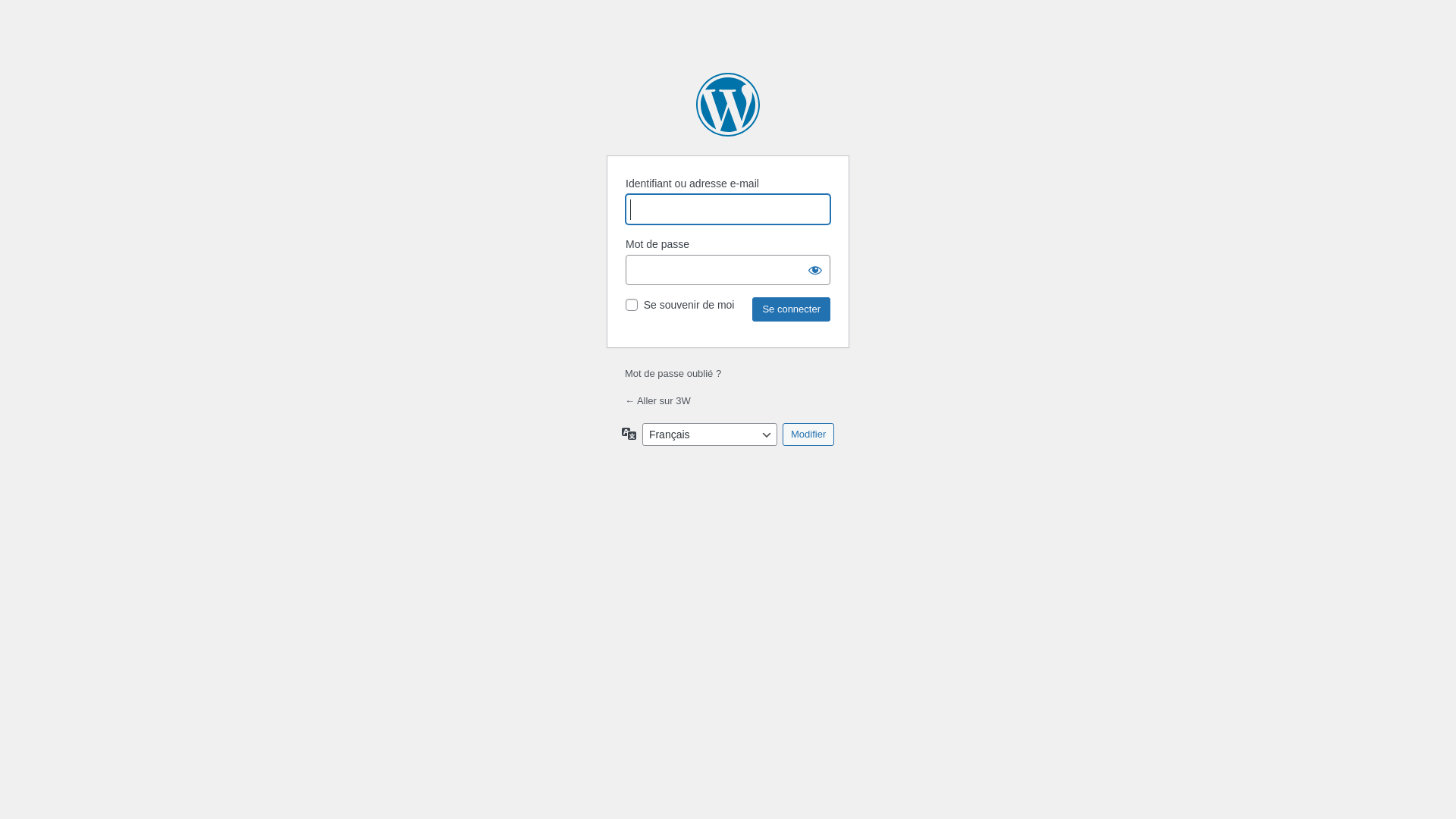  Describe the element at coordinates (790, 309) in the screenshot. I see `'Se connecter'` at that location.